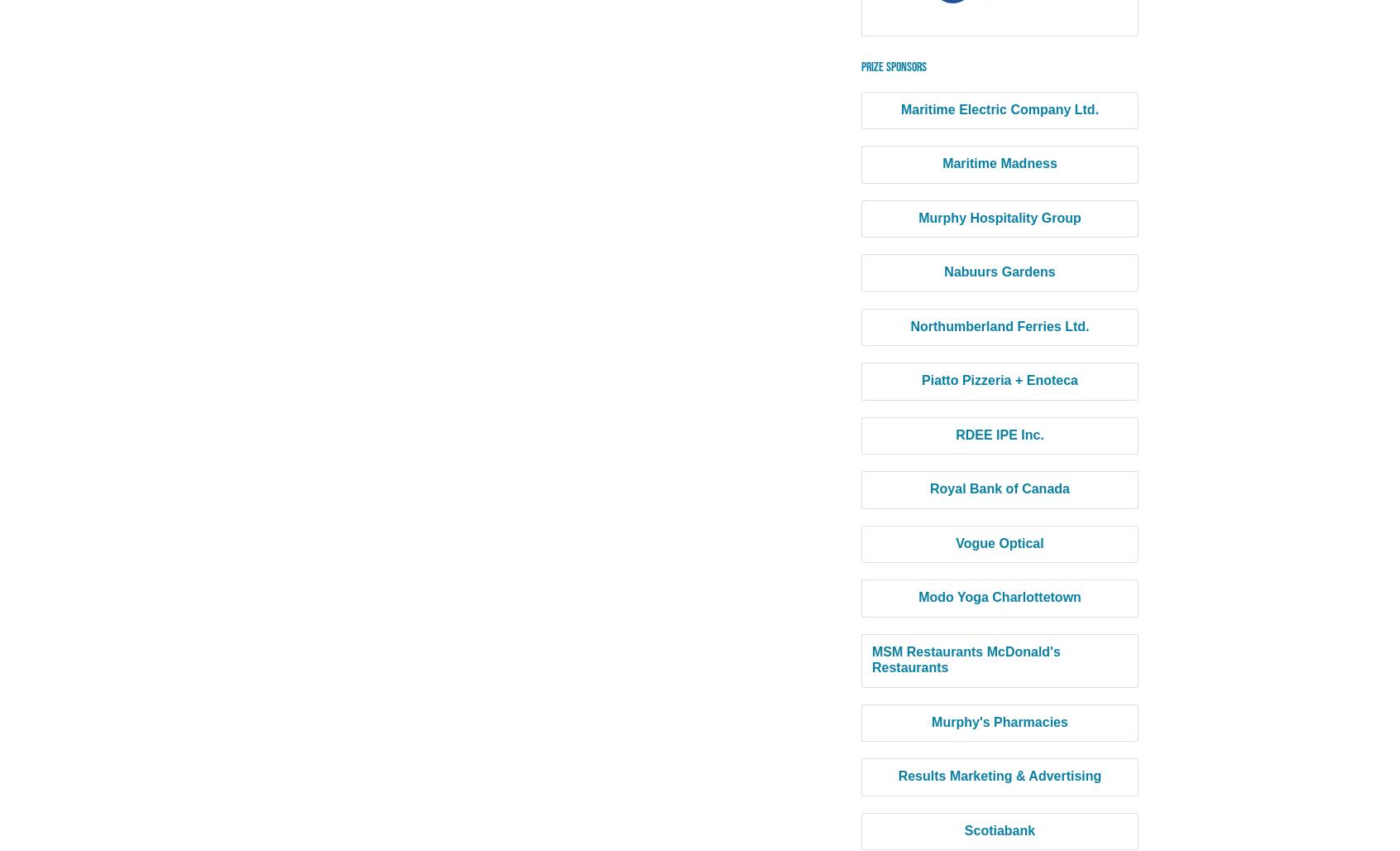 Image resolution: width=1400 pixels, height=851 pixels. What do you see at coordinates (999, 108) in the screenshot?
I see `'Maritime Electric Company Ltd.'` at bounding box center [999, 108].